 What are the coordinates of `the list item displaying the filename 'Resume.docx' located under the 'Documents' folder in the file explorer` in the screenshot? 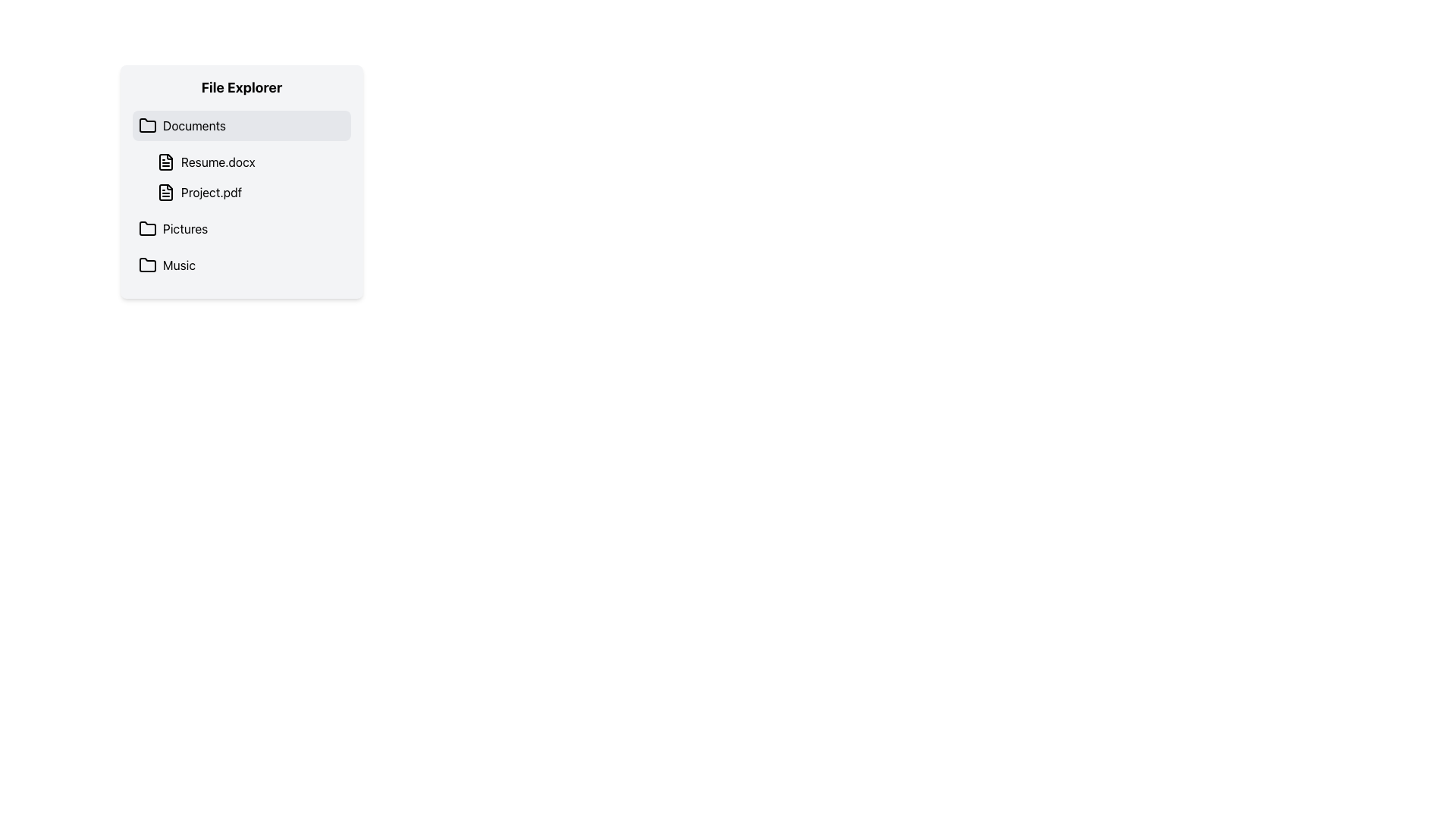 It's located at (251, 177).